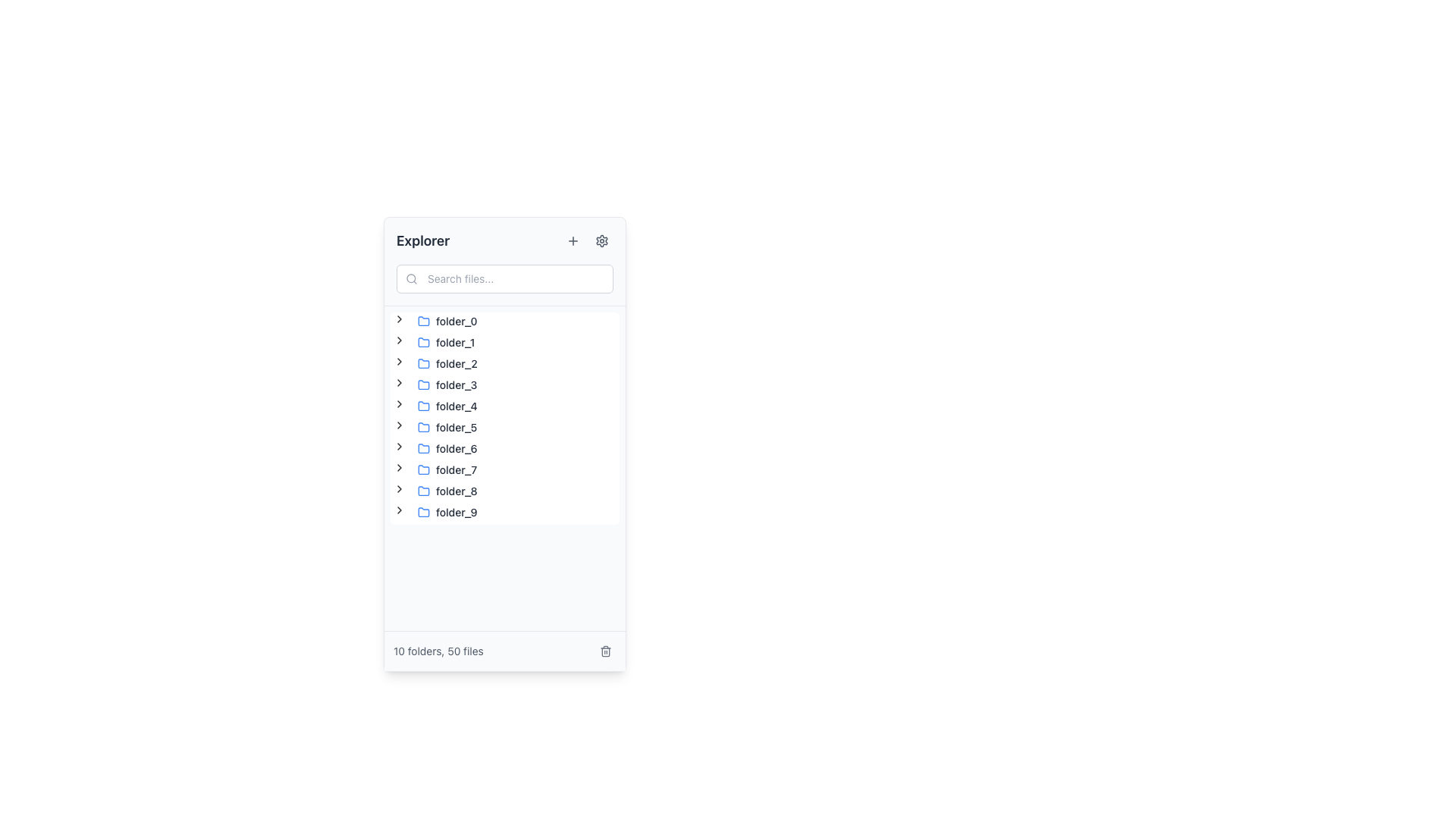  What do you see at coordinates (400, 469) in the screenshot?
I see `the right-facing chevron icon` at bounding box center [400, 469].